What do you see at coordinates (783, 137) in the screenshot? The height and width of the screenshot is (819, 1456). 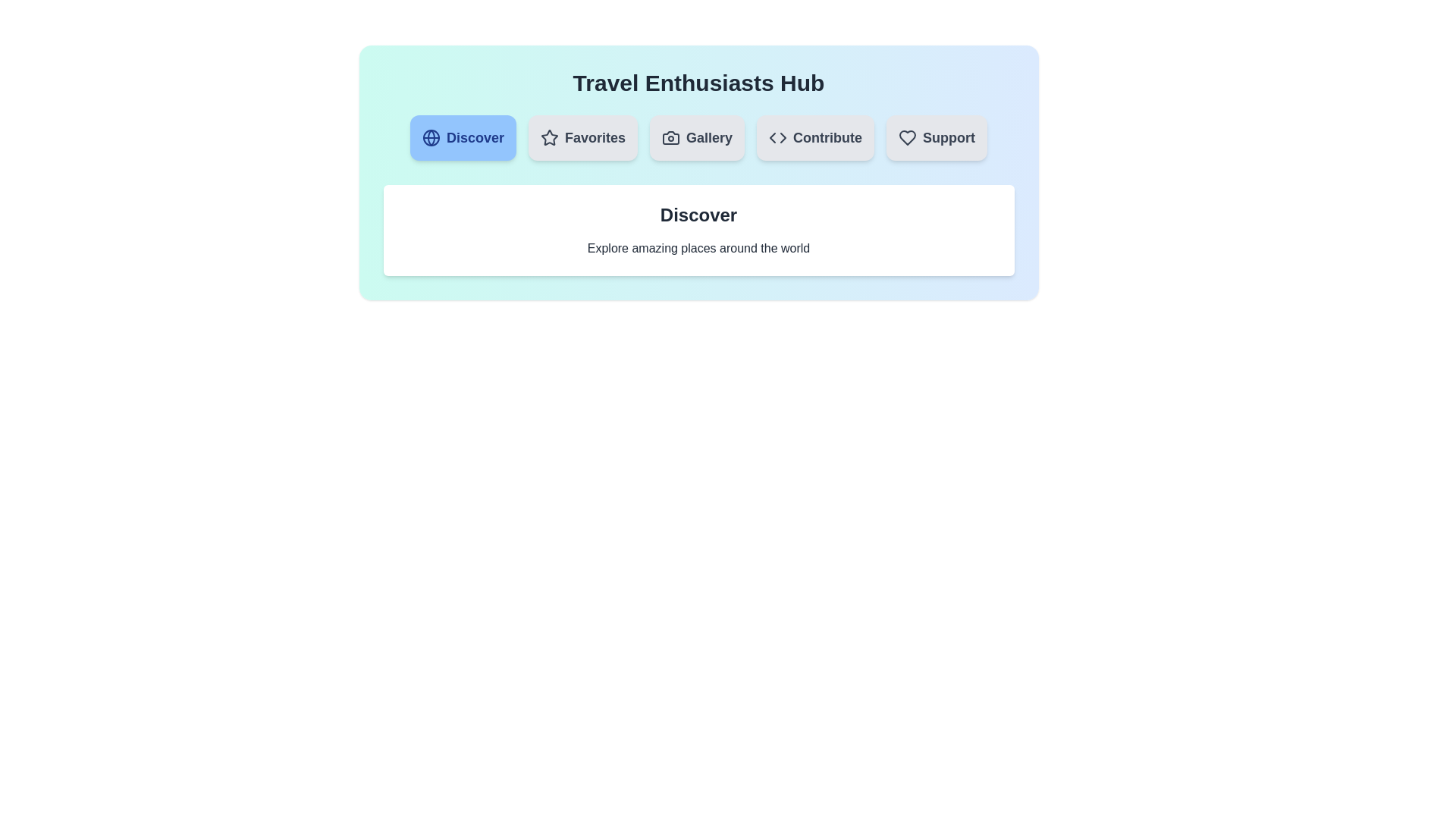 I see `right-pointing arrowhead icon within the 'Contribute' button on the menu bar for developer actions` at bounding box center [783, 137].